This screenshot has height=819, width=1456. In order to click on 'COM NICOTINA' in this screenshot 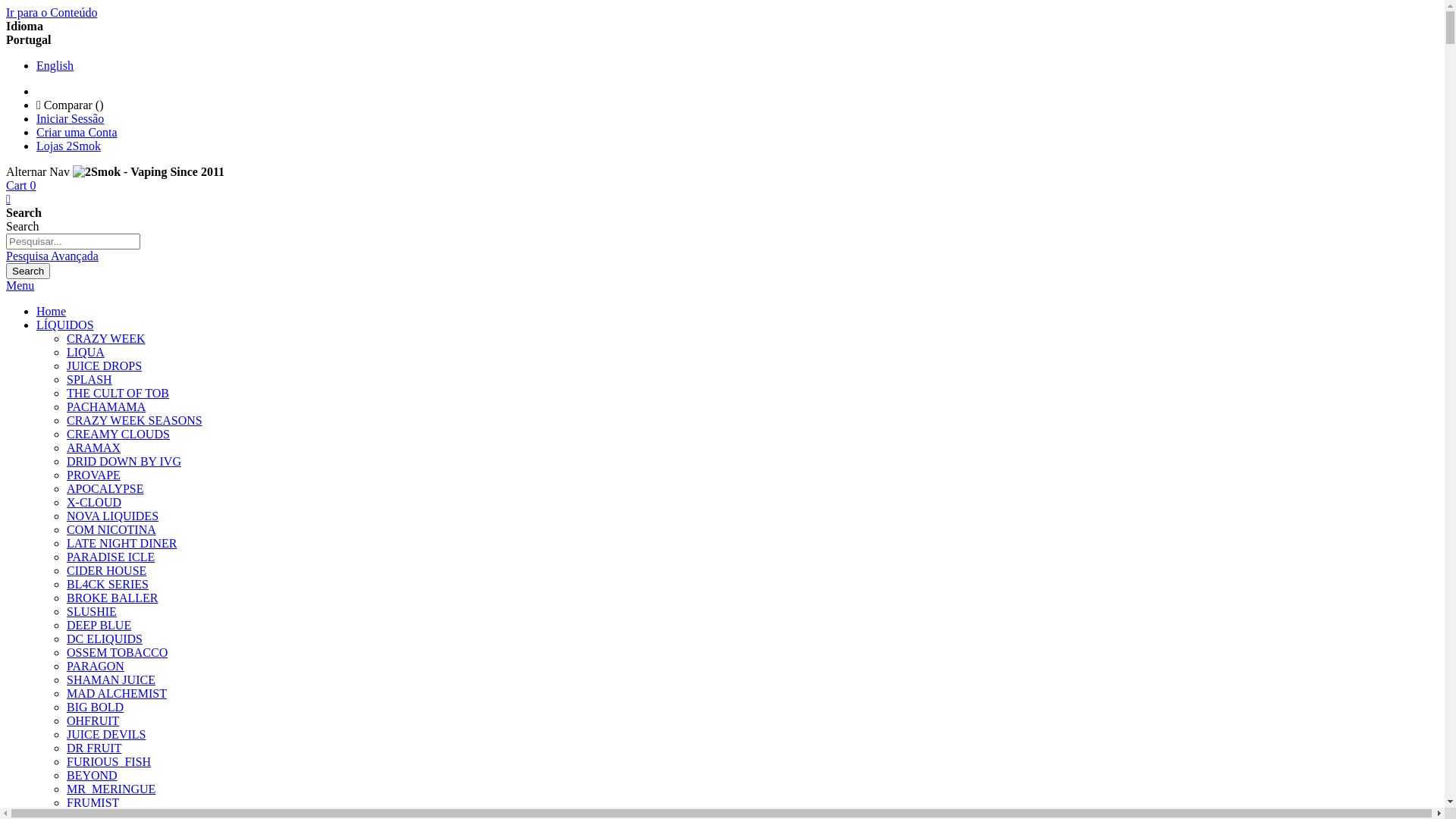, I will do `click(111, 529)`.